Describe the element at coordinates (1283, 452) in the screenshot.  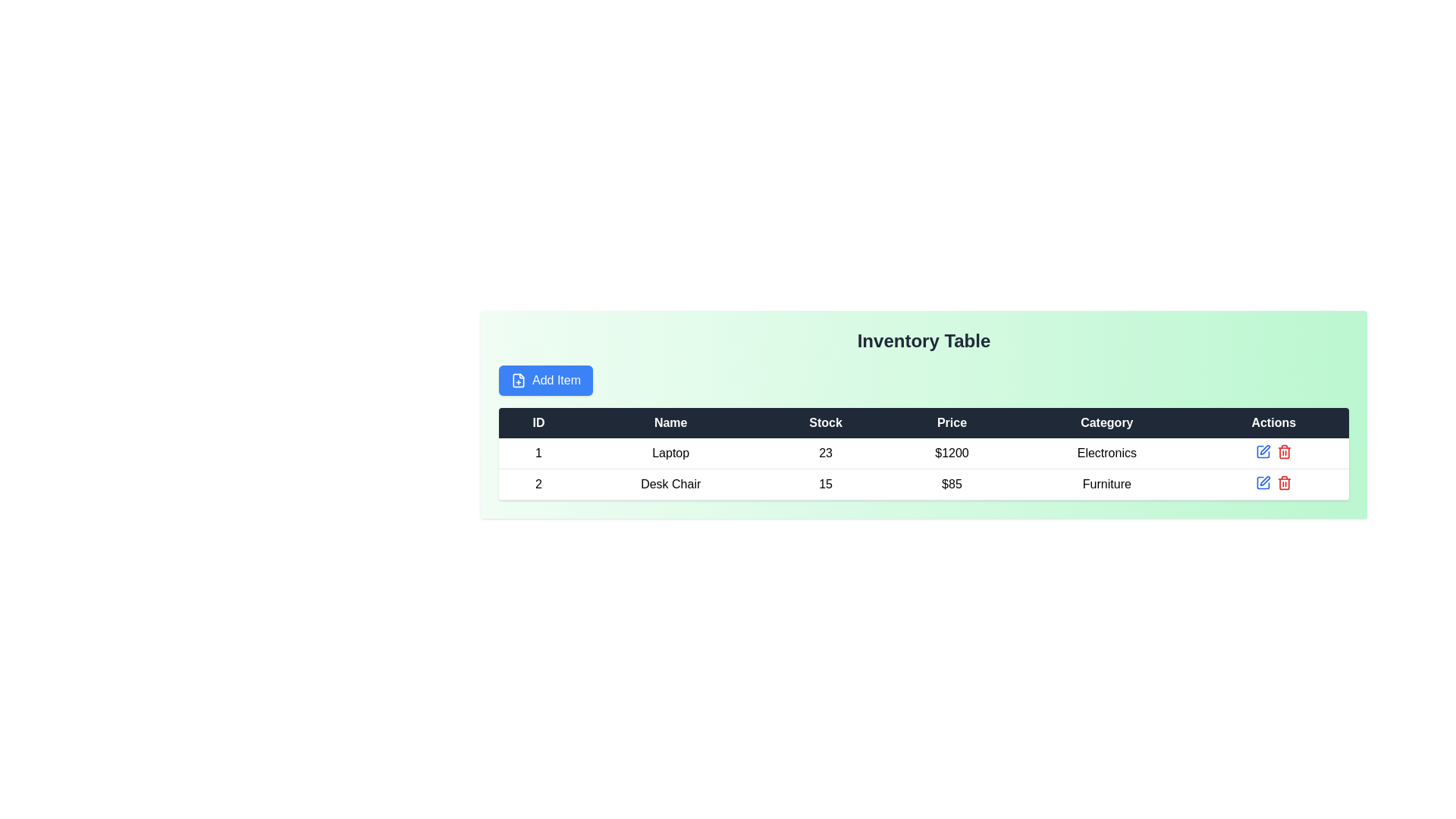
I see `the 'delete' icon located in the 'Actions' column of the second row of the table` at that location.